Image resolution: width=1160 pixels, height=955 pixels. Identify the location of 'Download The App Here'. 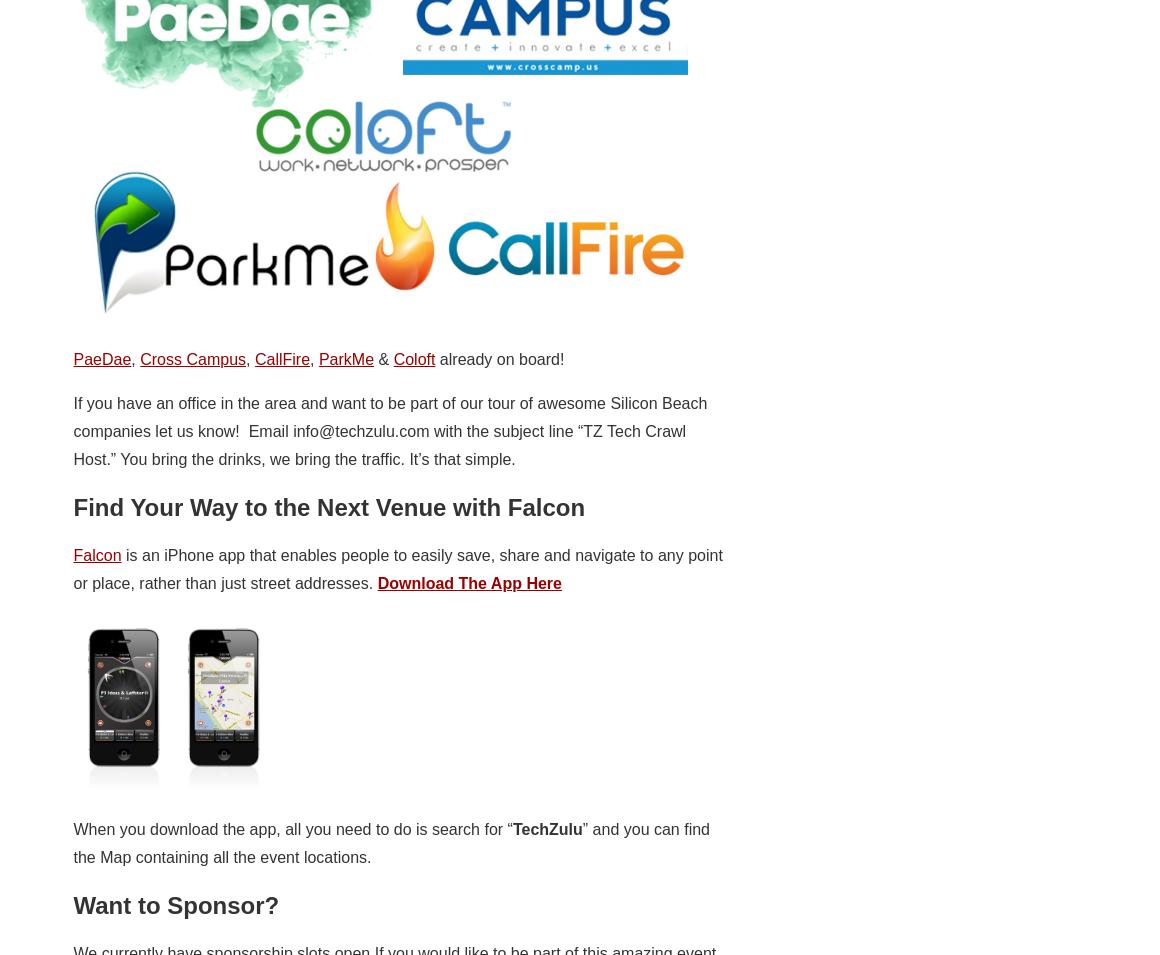
(468, 582).